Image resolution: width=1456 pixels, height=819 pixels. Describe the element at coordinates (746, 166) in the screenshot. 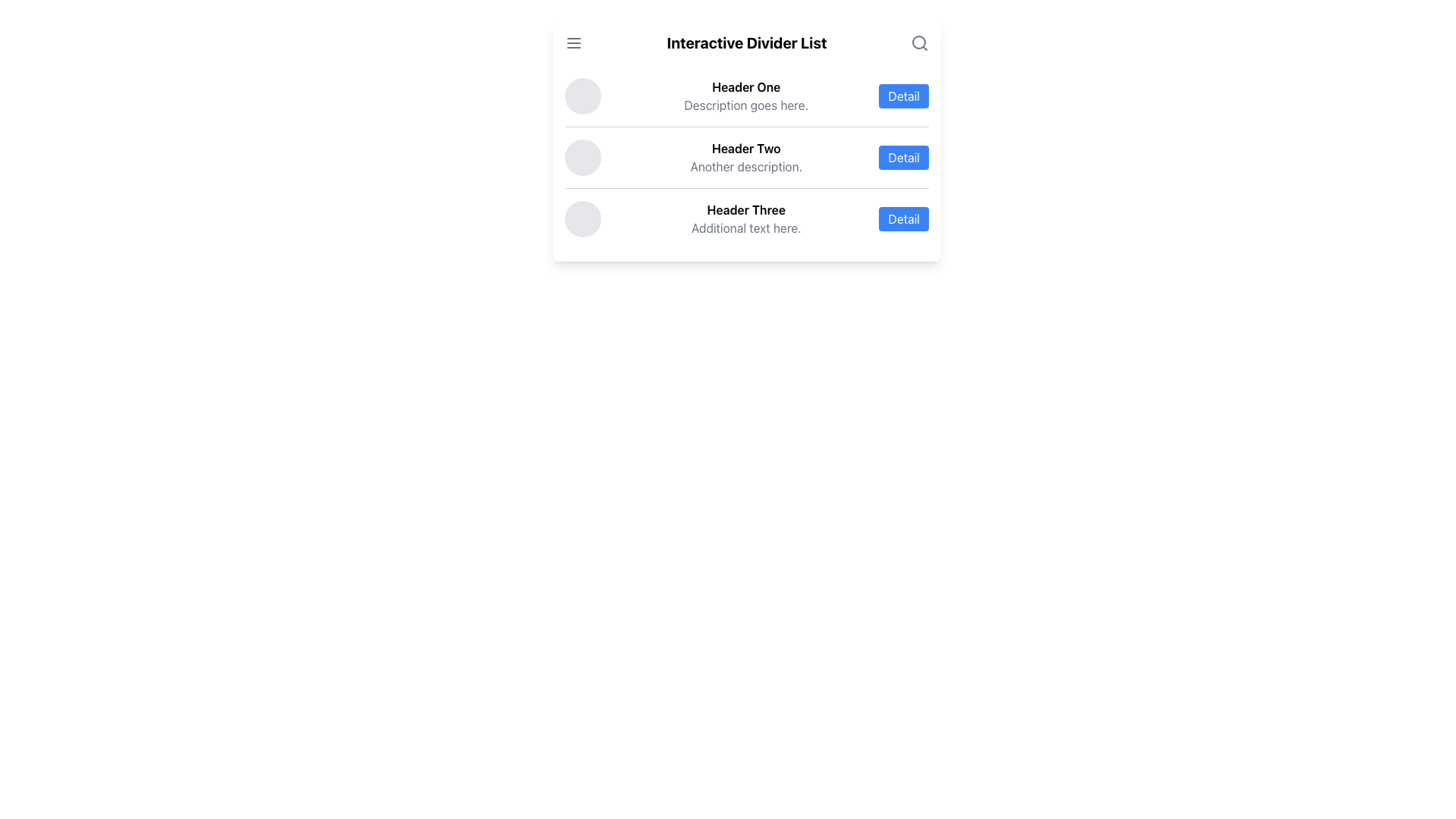

I see `the Static Text Label displaying 'Another description.' which is located directly below 'Header Two' in the interface list` at that location.